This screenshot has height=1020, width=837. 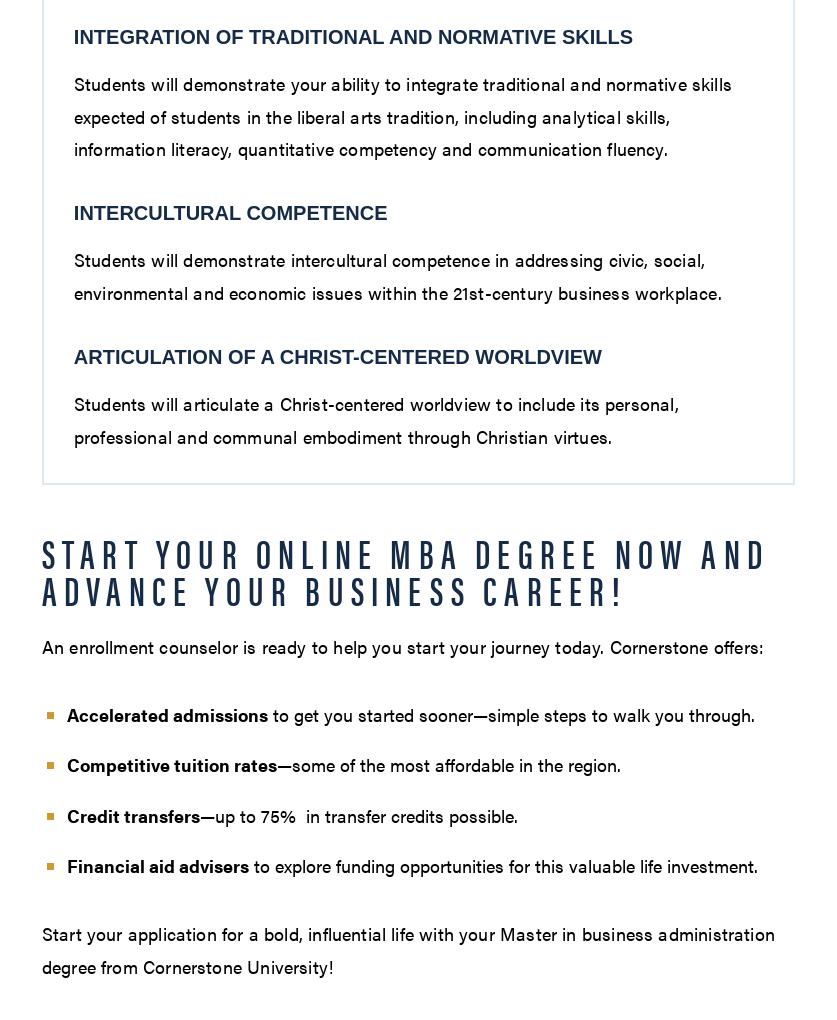 What do you see at coordinates (352, 36) in the screenshot?
I see `'Integration of Traditional and Normative Skills'` at bounding box center [352, 36].